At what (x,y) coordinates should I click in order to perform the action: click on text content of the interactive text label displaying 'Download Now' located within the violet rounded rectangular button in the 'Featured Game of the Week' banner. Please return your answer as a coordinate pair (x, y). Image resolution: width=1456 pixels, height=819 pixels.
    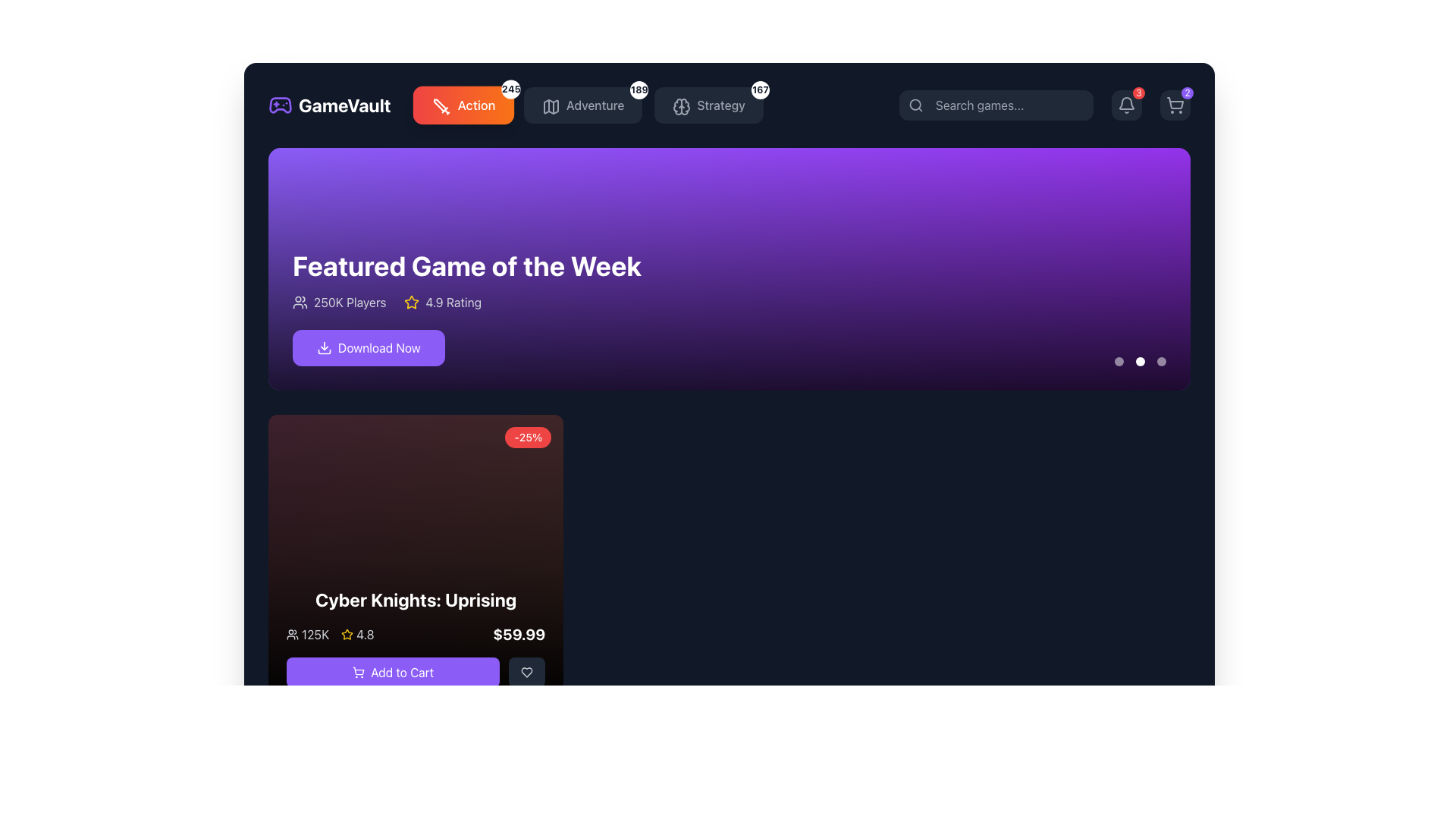
    Looking at the image, I should click on (379, 348).